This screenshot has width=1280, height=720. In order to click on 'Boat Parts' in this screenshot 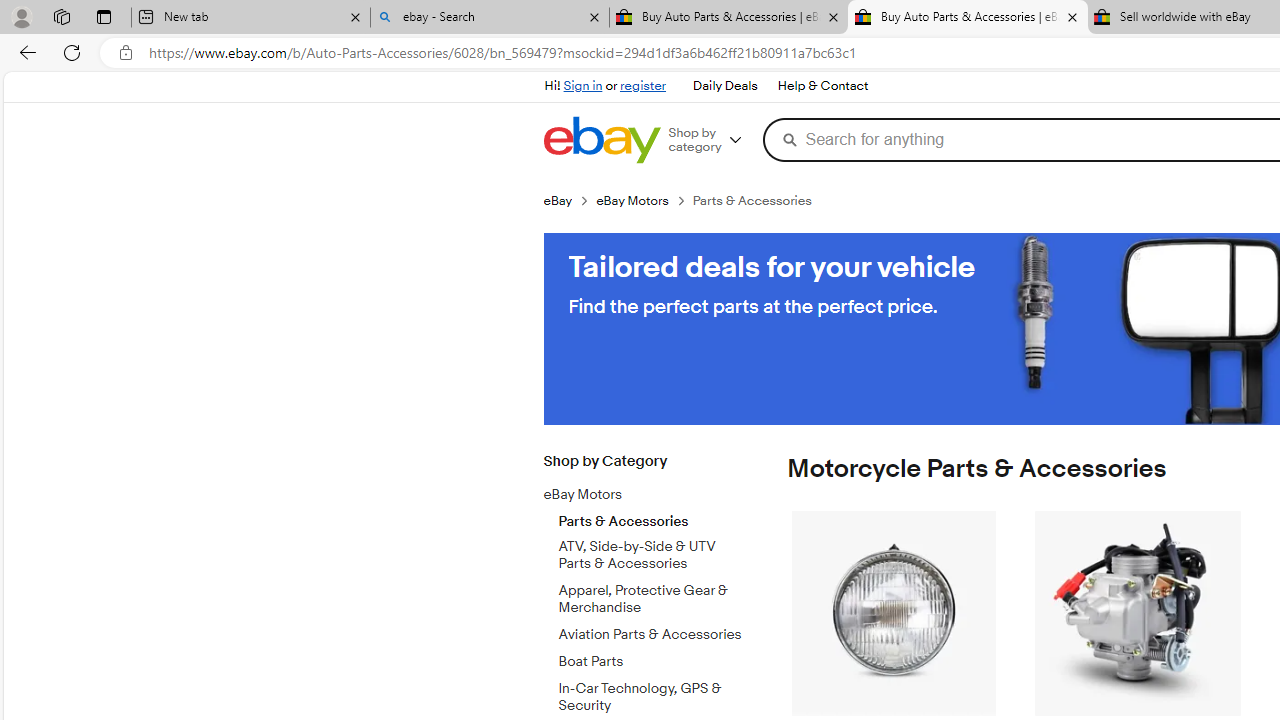, I will do `click(653, 662)`.